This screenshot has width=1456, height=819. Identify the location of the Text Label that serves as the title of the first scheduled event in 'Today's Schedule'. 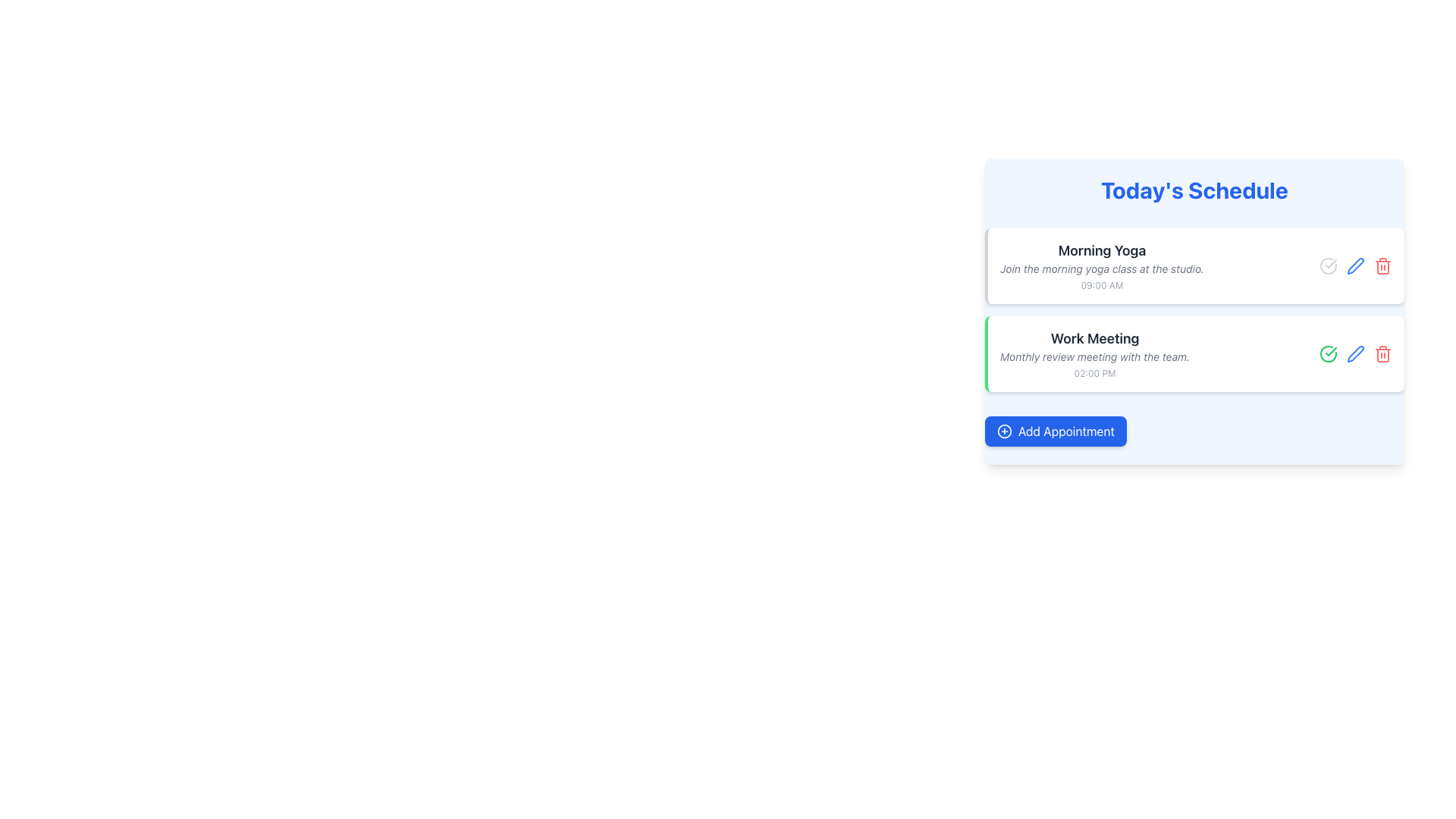
(1102, 250).